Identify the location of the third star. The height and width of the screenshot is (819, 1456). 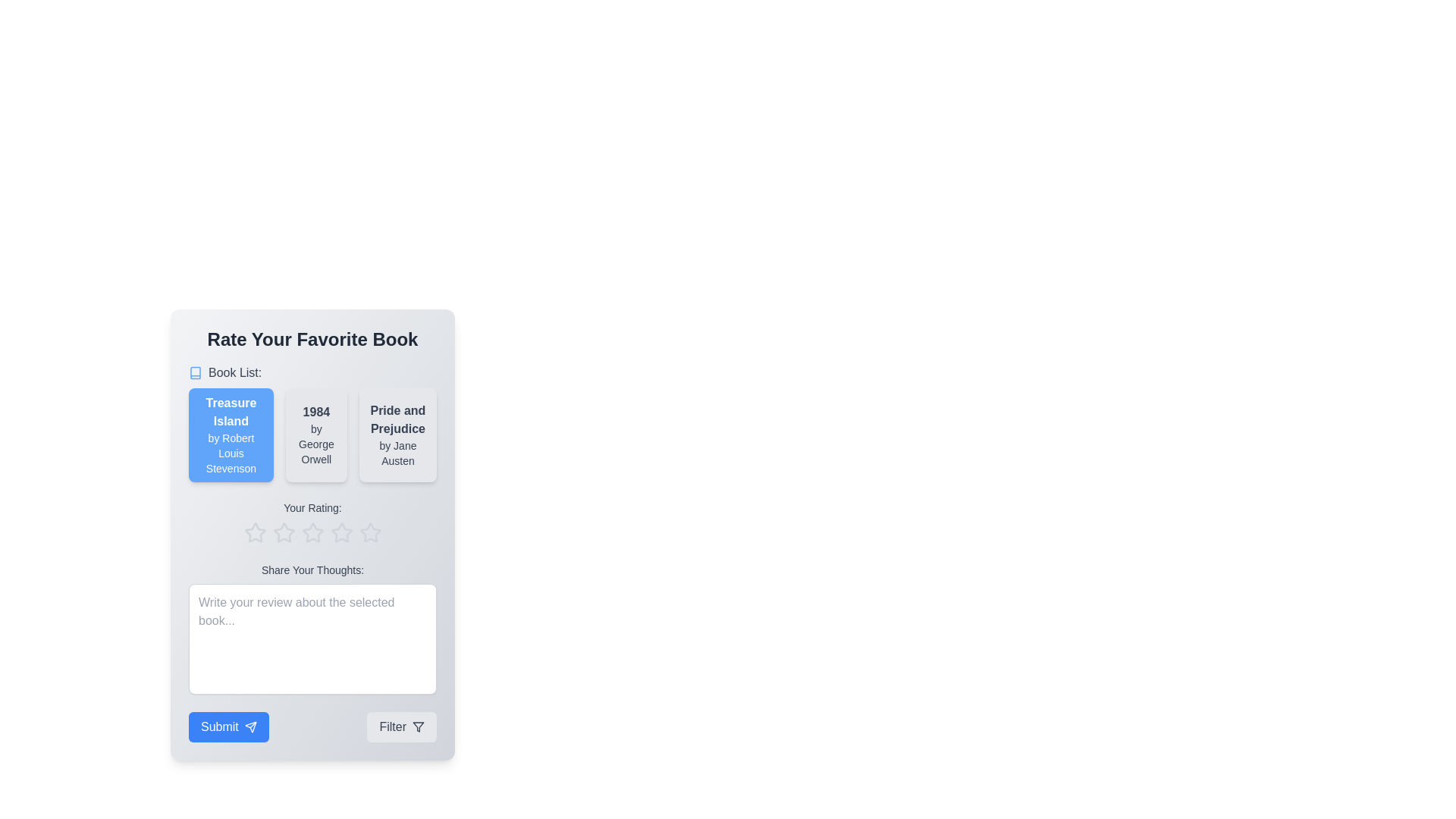
(312, 532).